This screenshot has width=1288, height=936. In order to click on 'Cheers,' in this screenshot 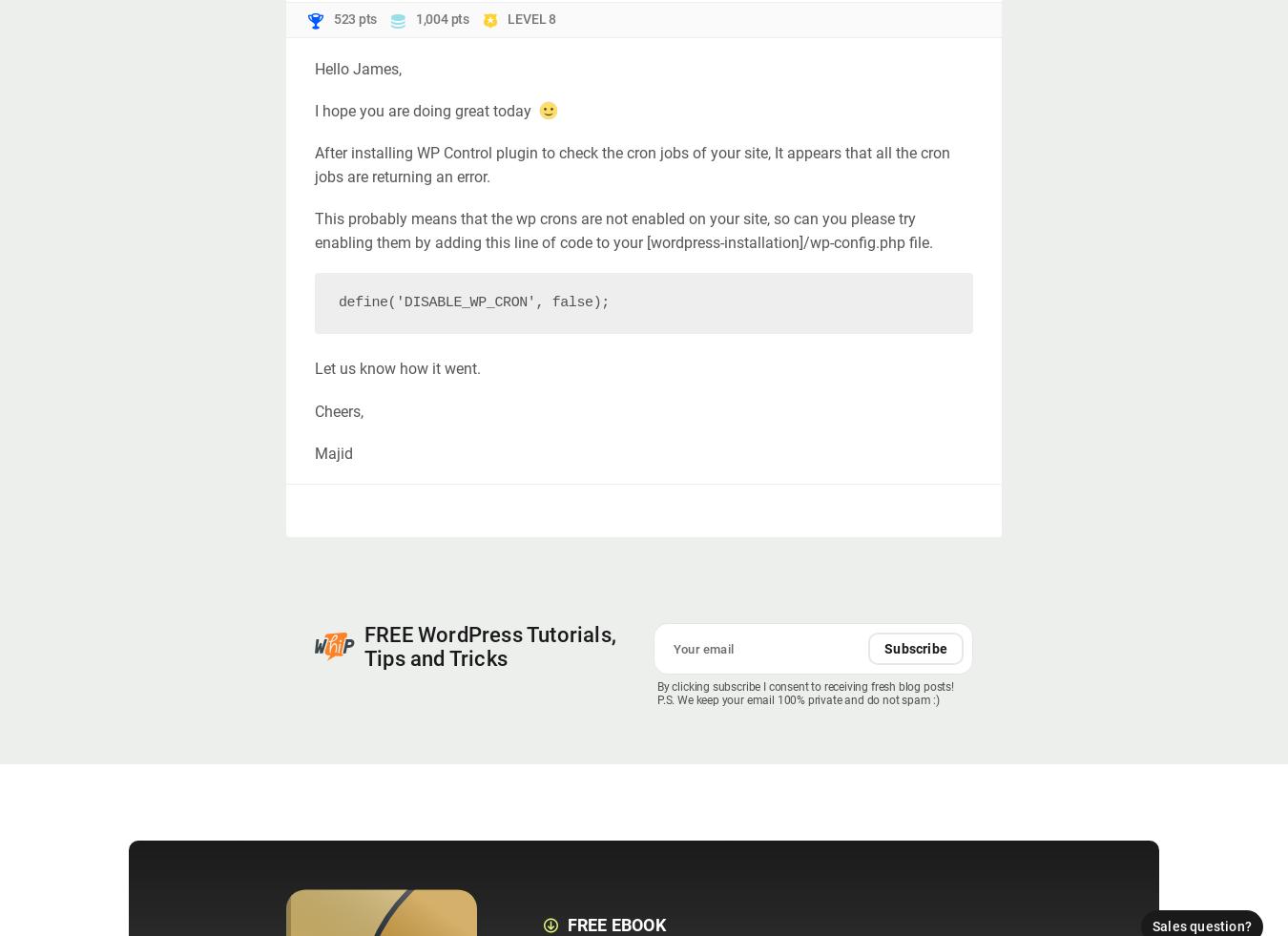, I will do `click(339, 409)`.